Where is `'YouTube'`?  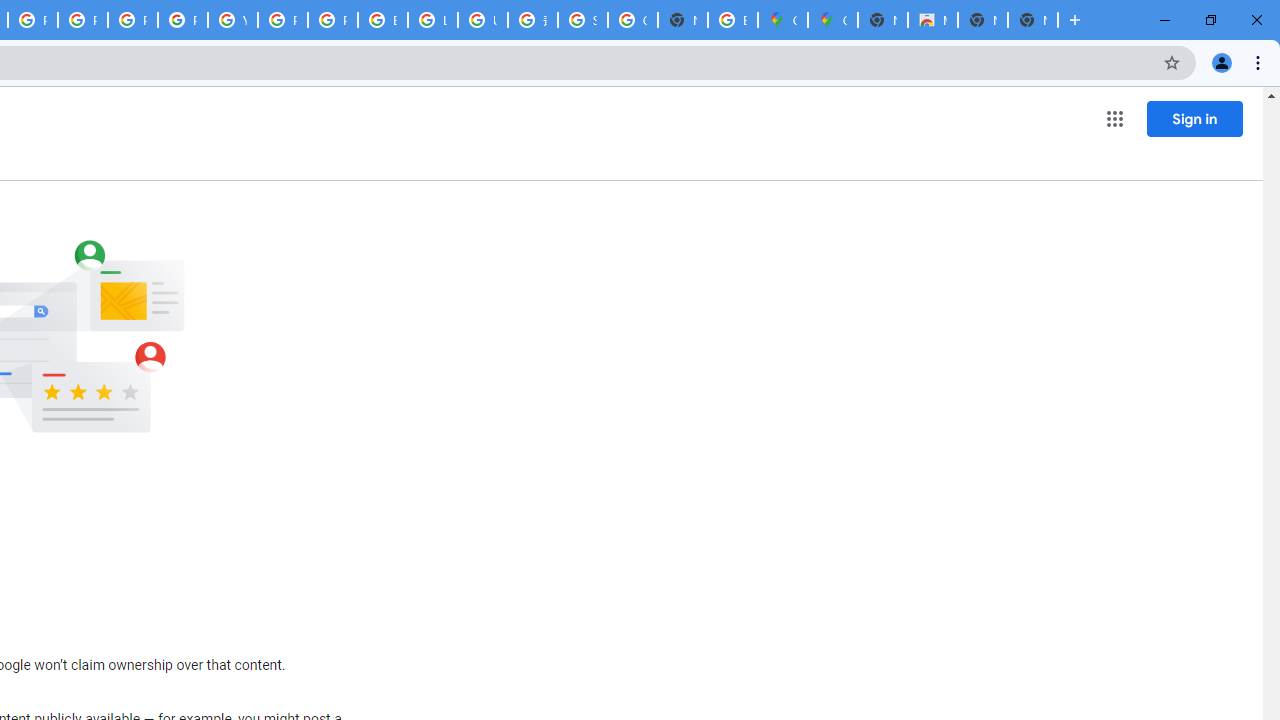 'YouTube' is located at coordinates (232, 20).